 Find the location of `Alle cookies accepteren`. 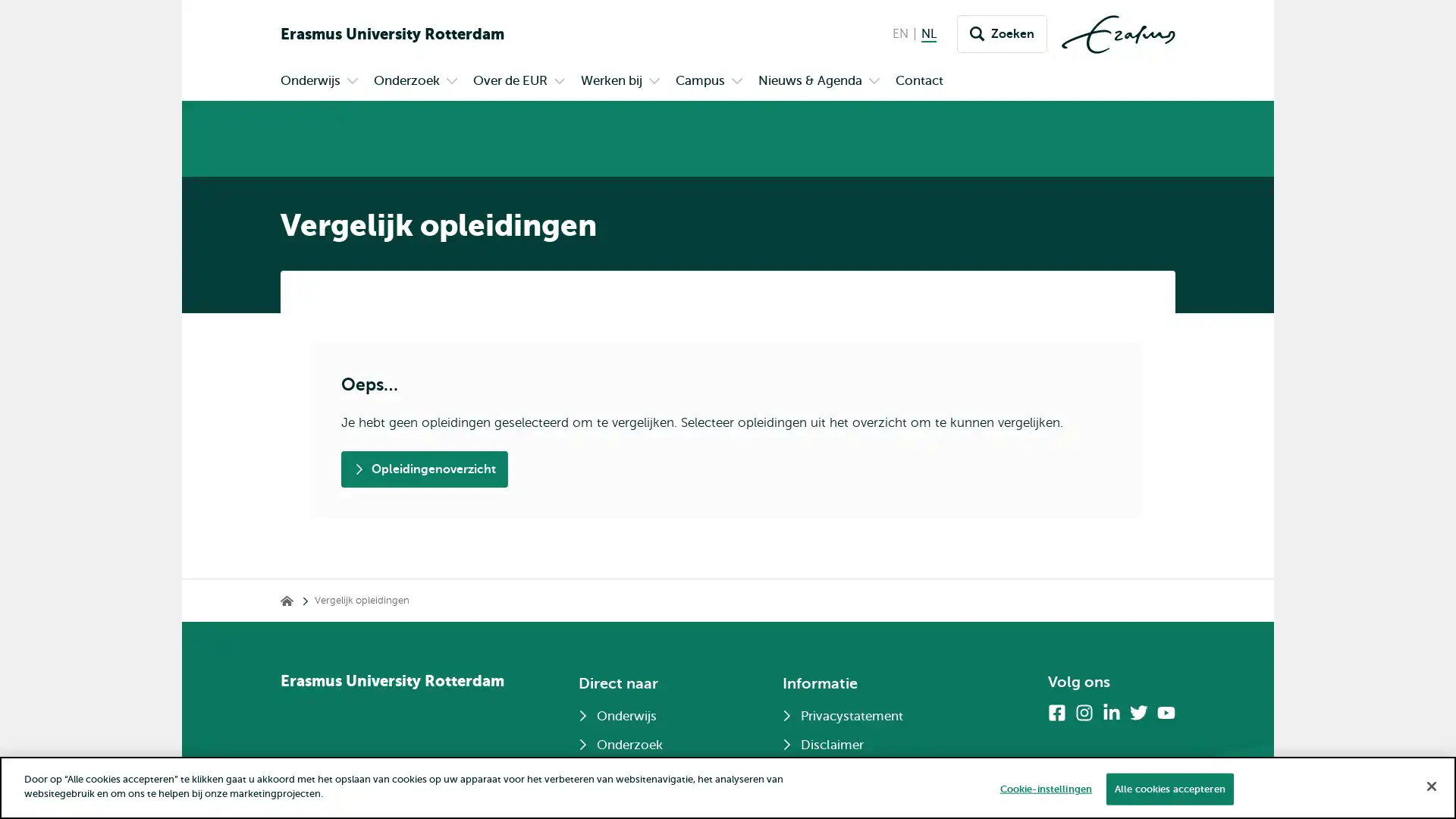

Alle cookies accepteren is located at coordinates (1168, 788).